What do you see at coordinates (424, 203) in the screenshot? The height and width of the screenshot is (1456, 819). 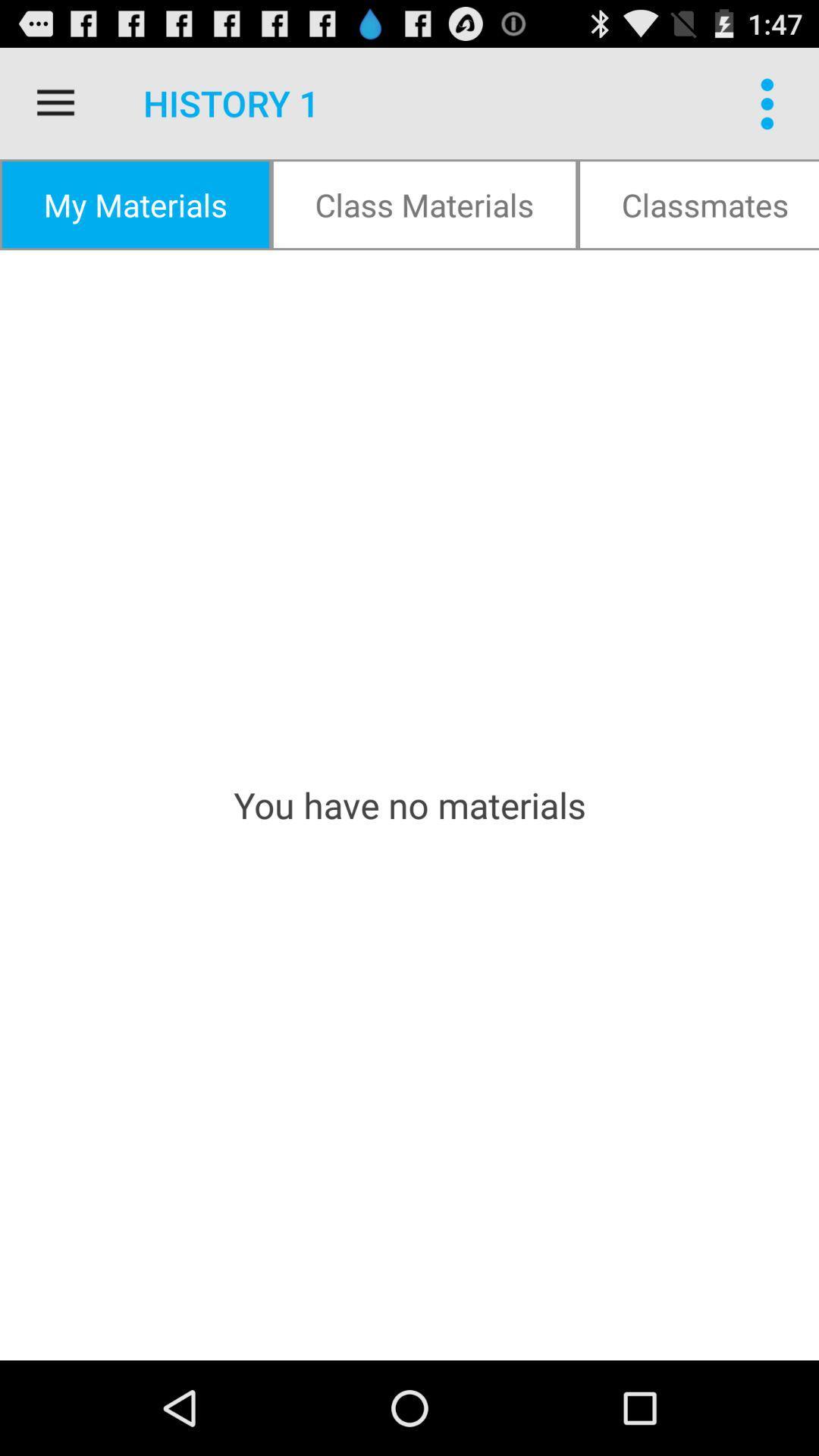 I see `icon to the right of my materials item` at bounding box center [424, 203].